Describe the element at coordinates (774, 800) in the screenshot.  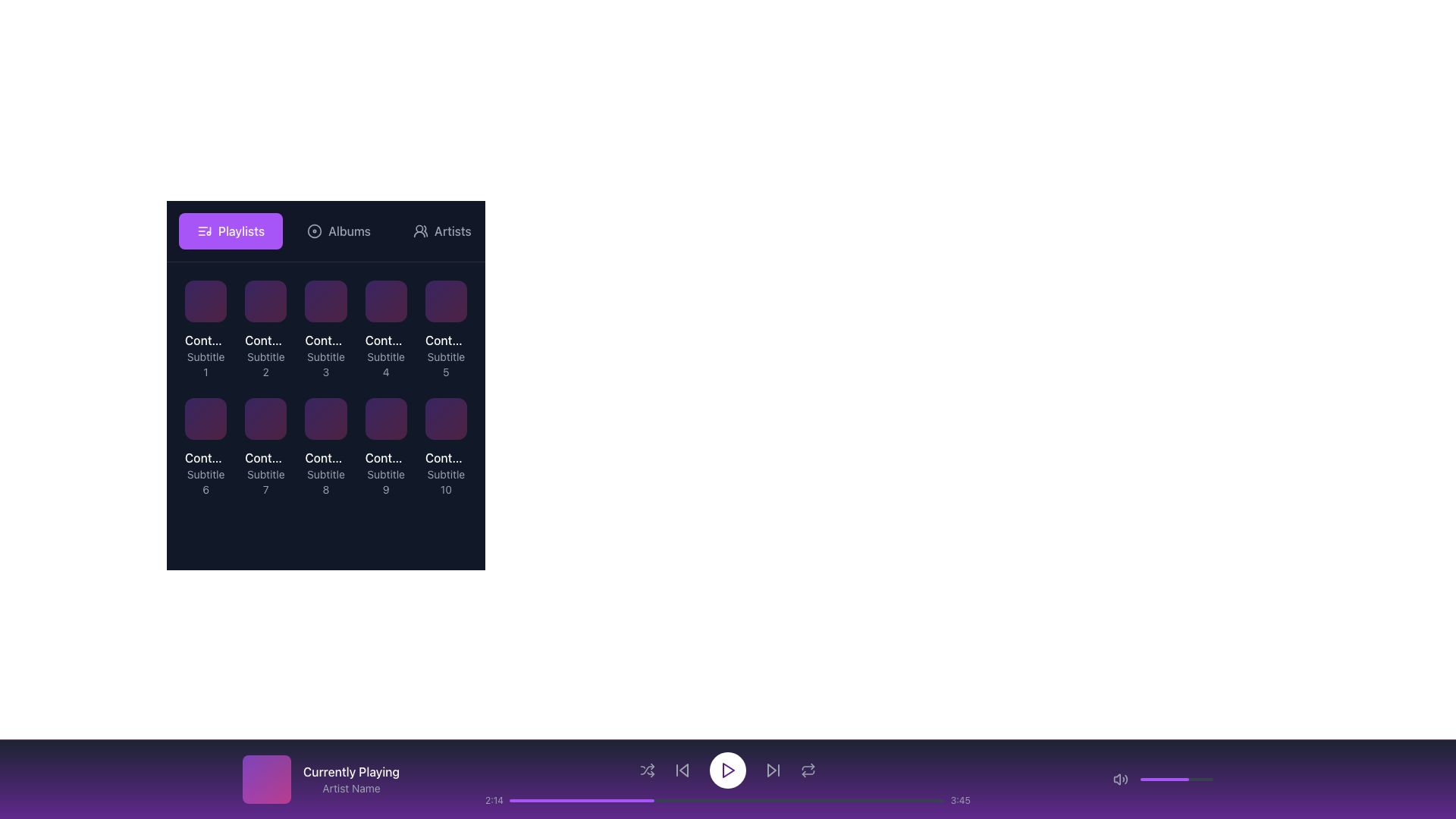
I see `the playback position` at that location.